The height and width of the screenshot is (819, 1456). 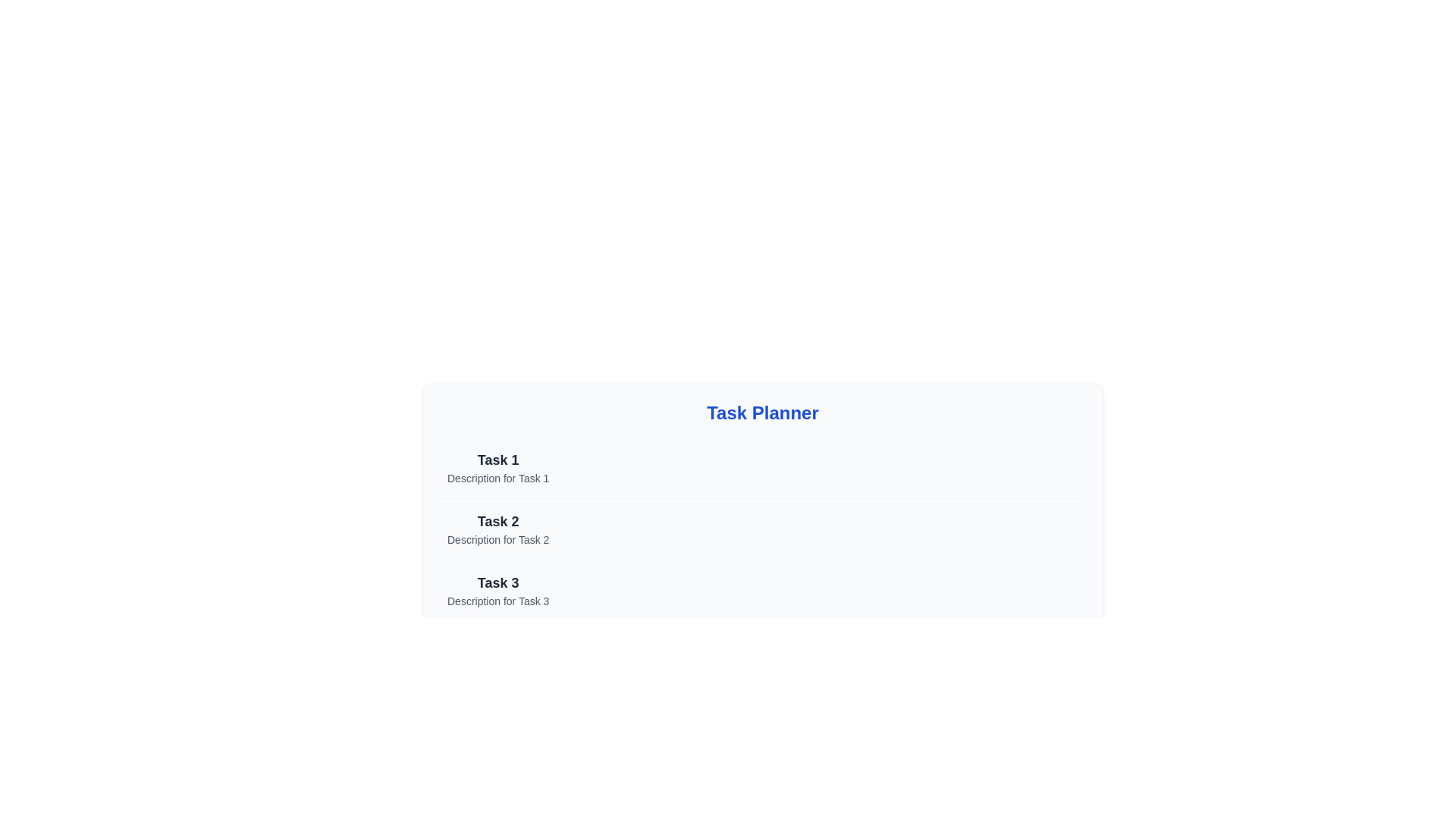 What do you see at coordinates (498, 590) in the screenshot?
I see `static text block that contains 'Task 3' and its description in the task list of the 'Task Planner.'` at bounding box center [498, 590].